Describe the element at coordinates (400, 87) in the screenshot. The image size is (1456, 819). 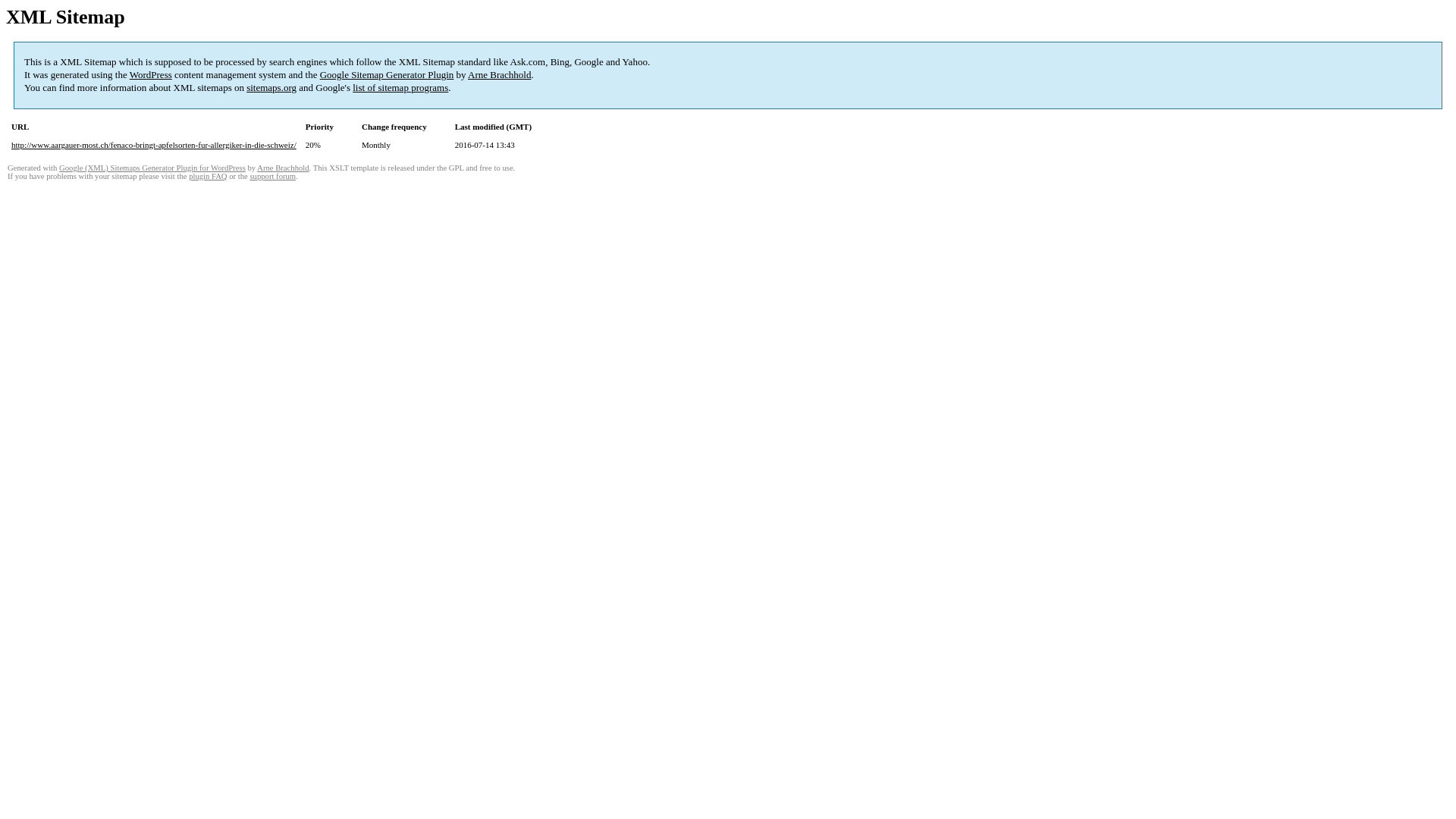
I see `'list of sitemap programs'` at that location.